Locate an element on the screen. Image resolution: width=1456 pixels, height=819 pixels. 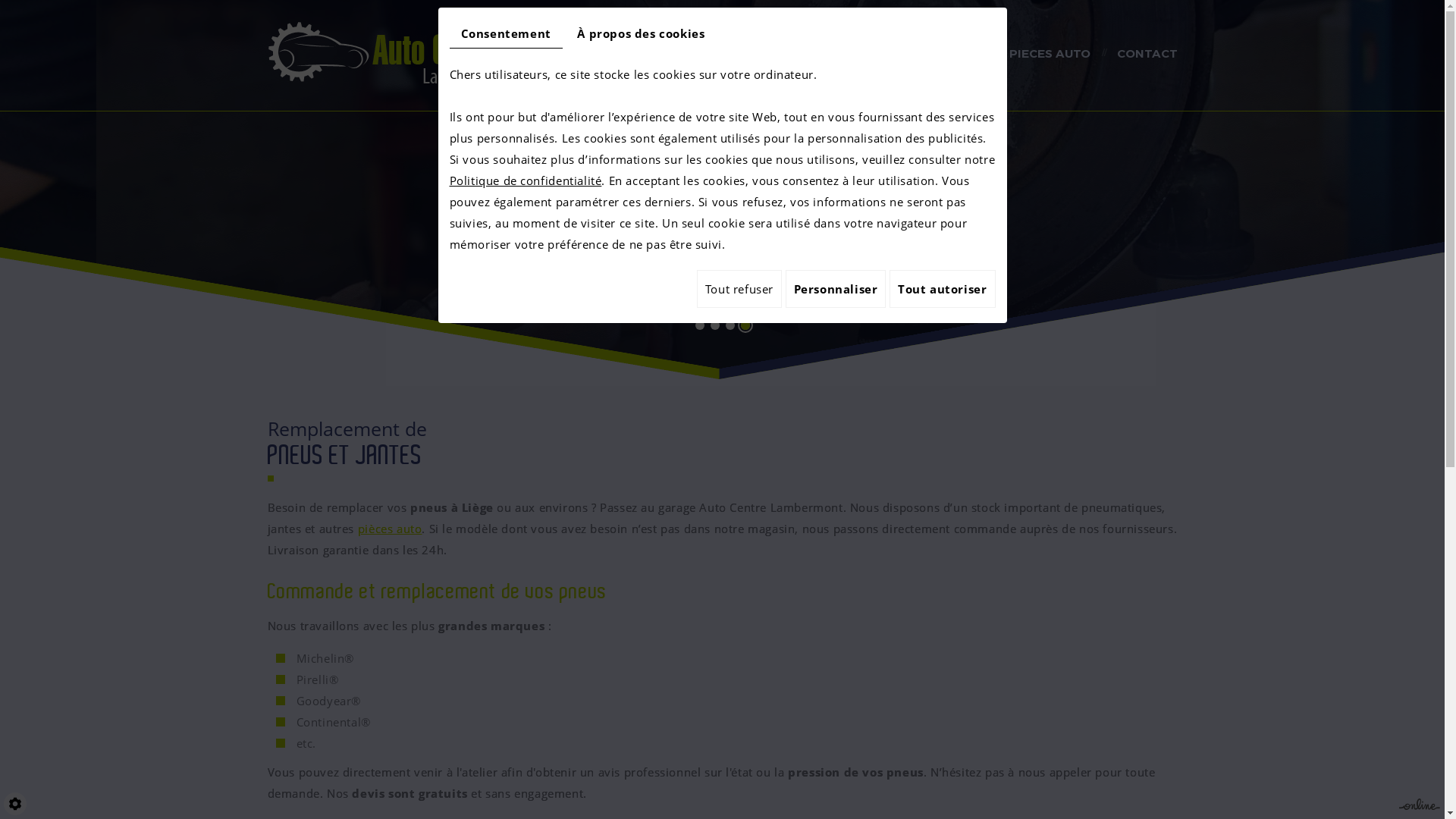
'Personnaliser' is located at coordinates (835, 289).